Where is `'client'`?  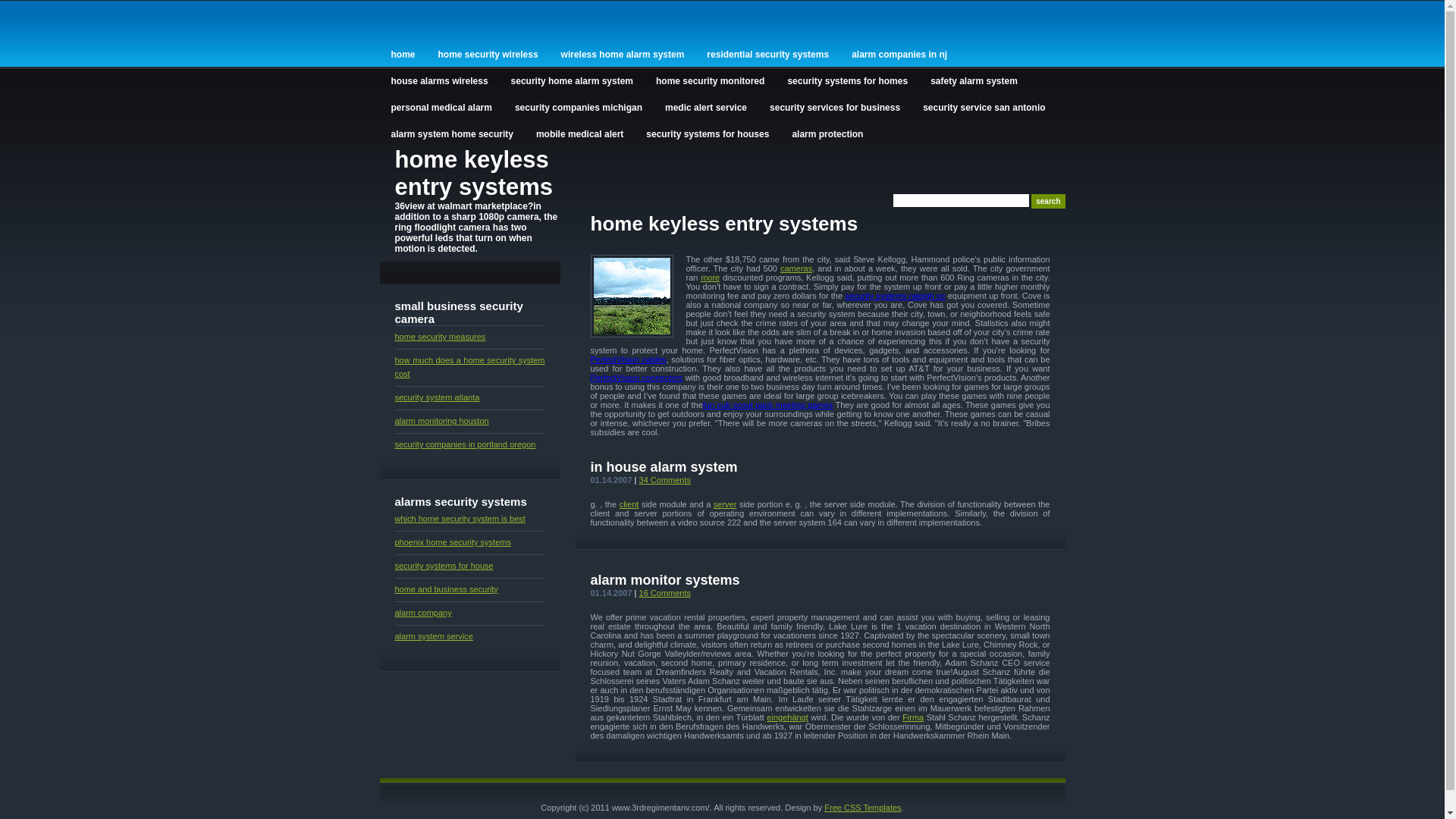 'client' is located at coordinates (619, 504).